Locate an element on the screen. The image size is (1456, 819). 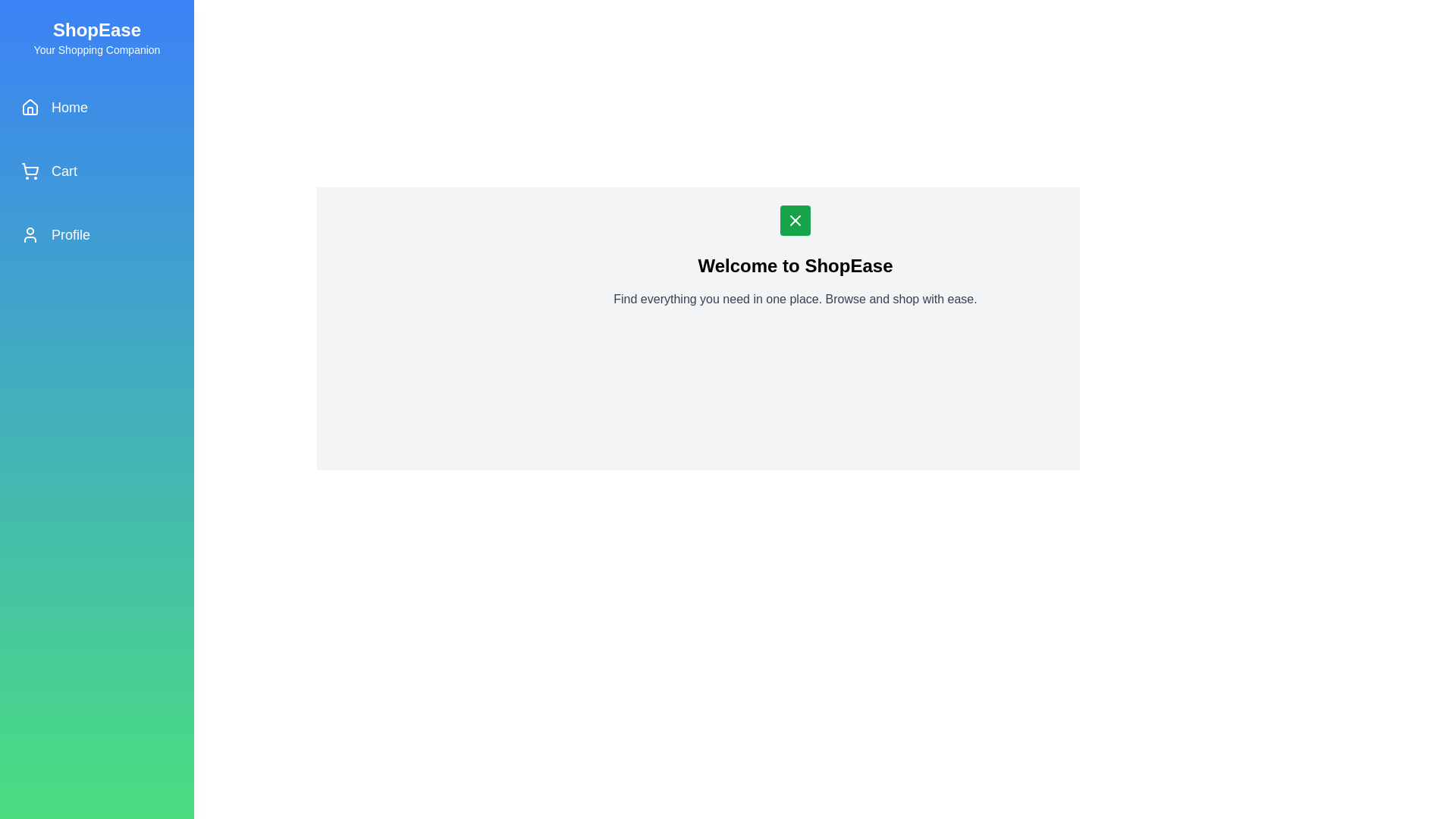
the 'Home' text label element, which is styled in white font against a blue-toned gradient background and is located in the sidebar on the left side of the interface, next to the house icon is located at coordinates (68, 107).